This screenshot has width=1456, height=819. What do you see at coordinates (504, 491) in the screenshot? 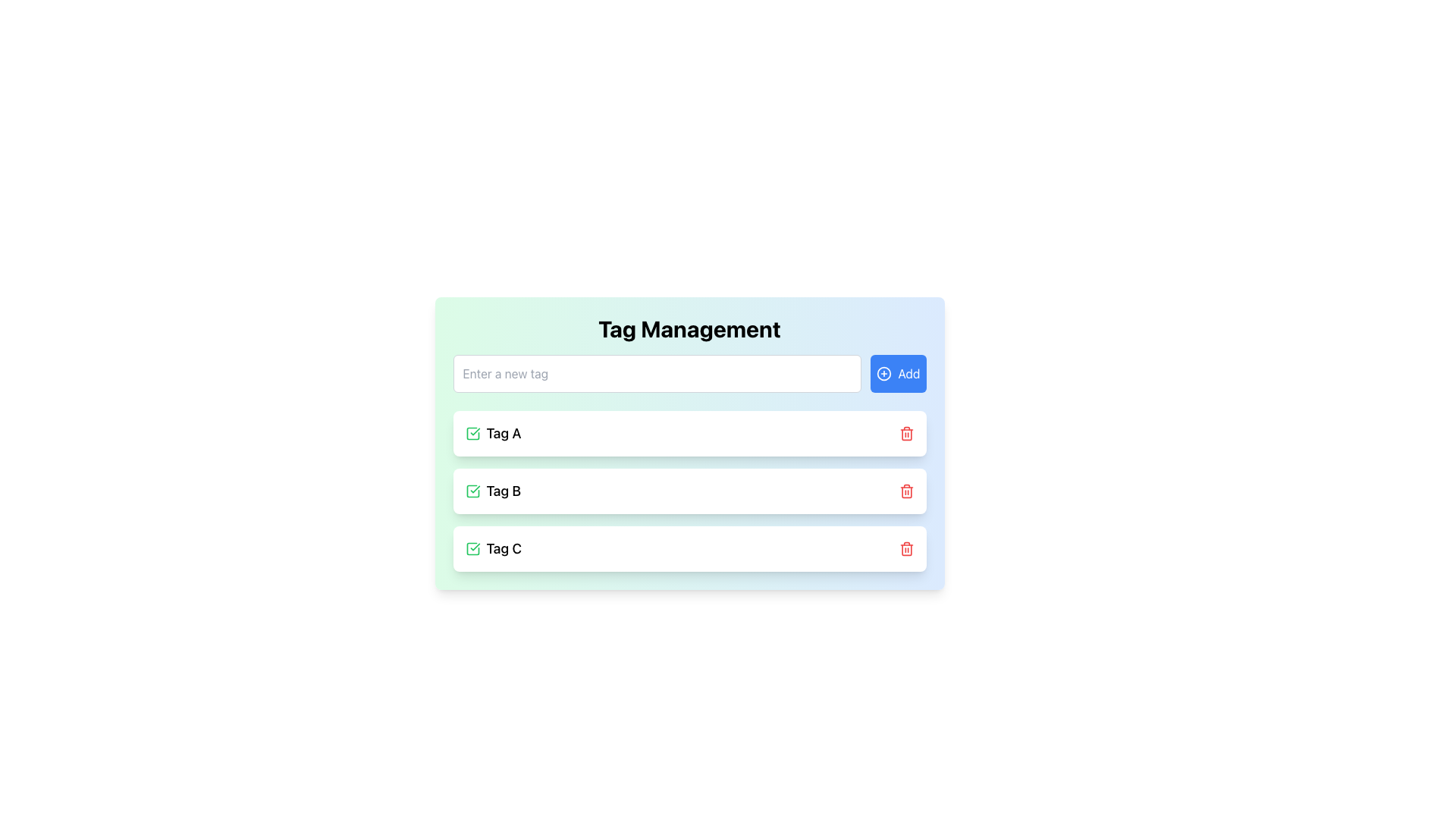
I see `the 'Tag B' text element` at bounding box center [504, 491].